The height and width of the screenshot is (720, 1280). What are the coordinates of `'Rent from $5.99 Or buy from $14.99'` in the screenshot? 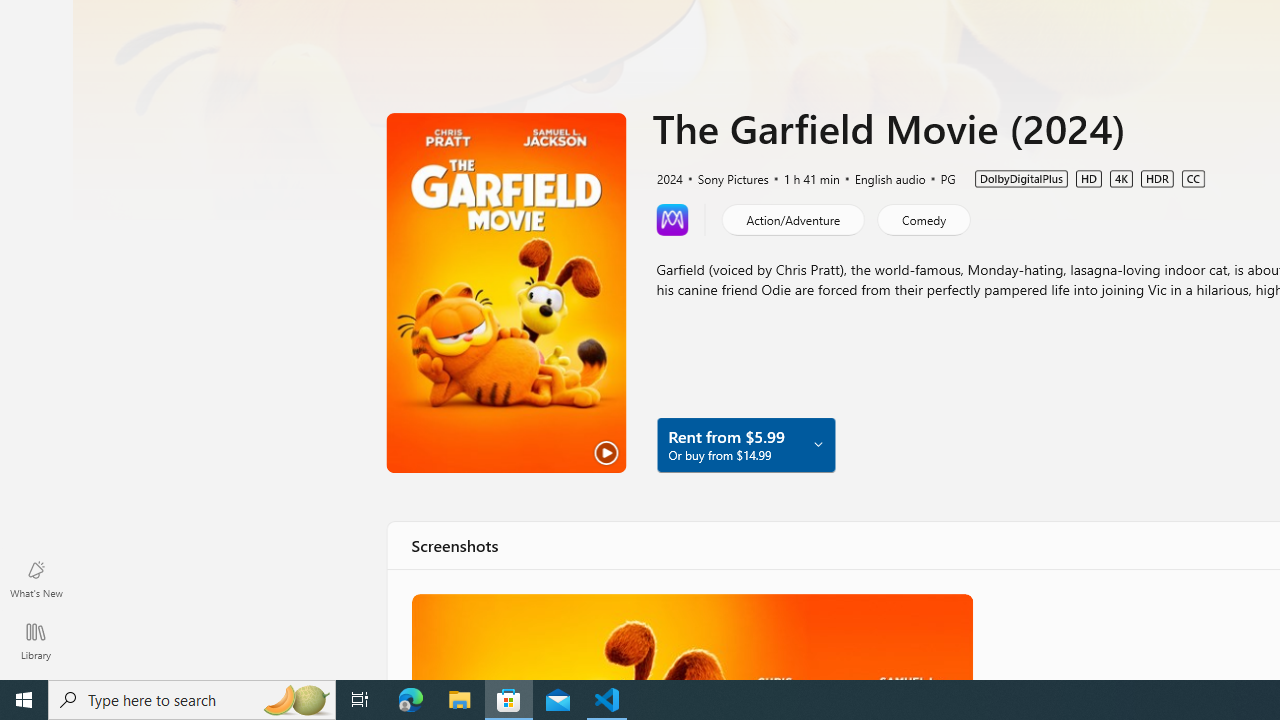 It's located at (744, 443).